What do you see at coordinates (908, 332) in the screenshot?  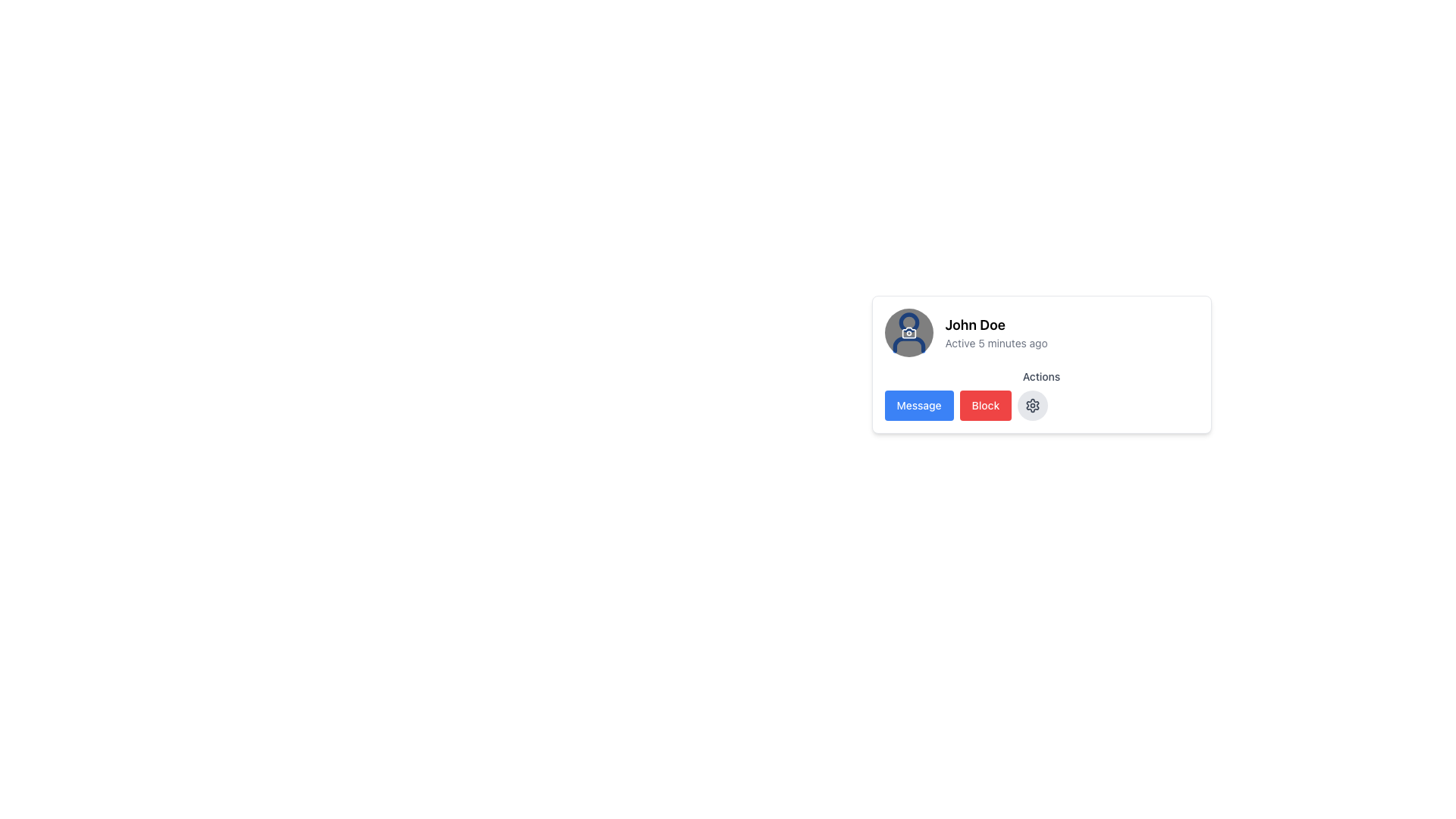 I see `the camera-style icon element, which features a rectangular main body and a viewfinder-like extension, located centrally within the profile picture area of the UI card` at bounding box center [908, 332].